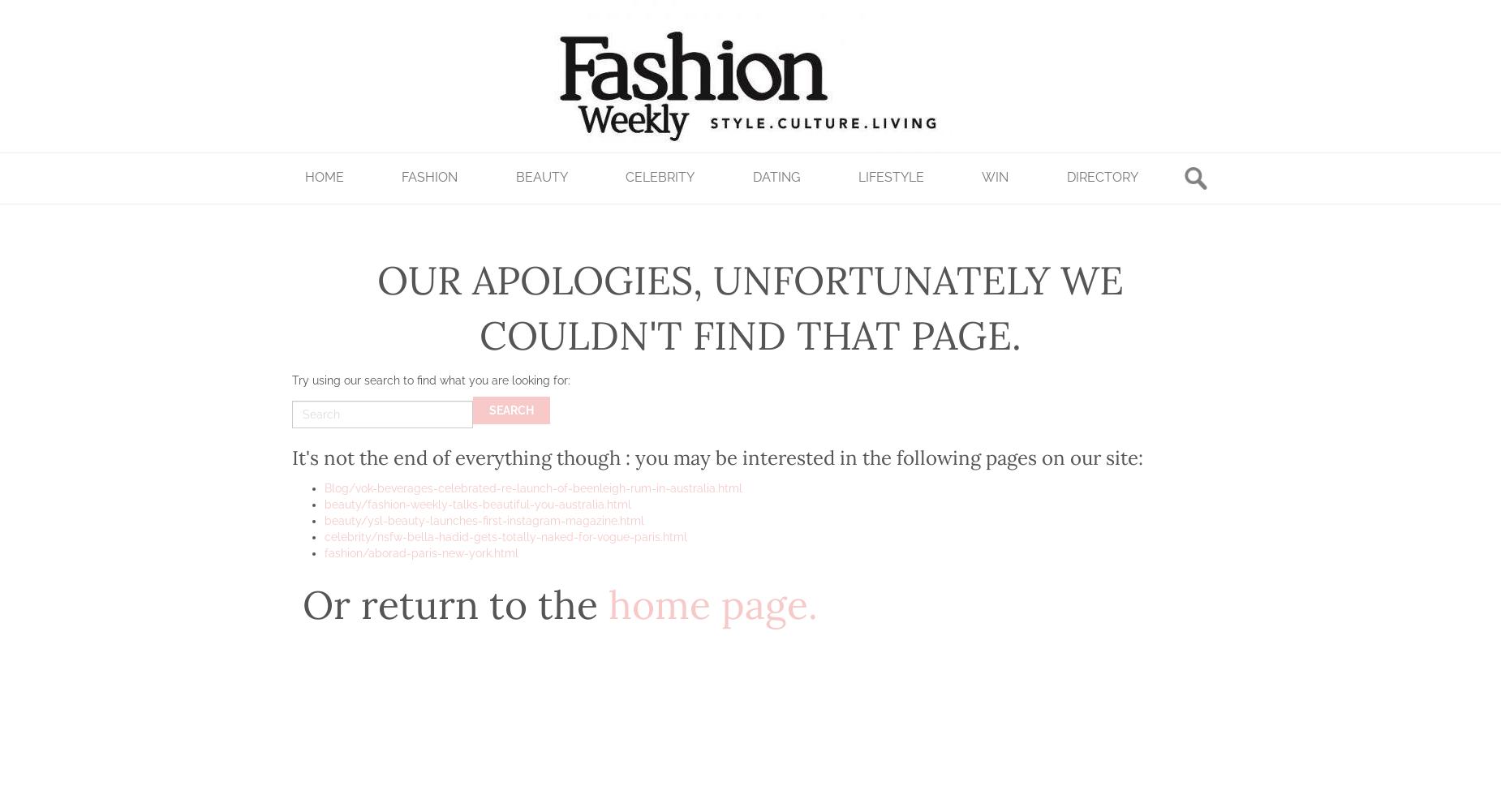 This screenshot has height=812, width=1501. Describe the element at coordinates (540, 175) in the screenshot. I see `'Beauty'` at that location.